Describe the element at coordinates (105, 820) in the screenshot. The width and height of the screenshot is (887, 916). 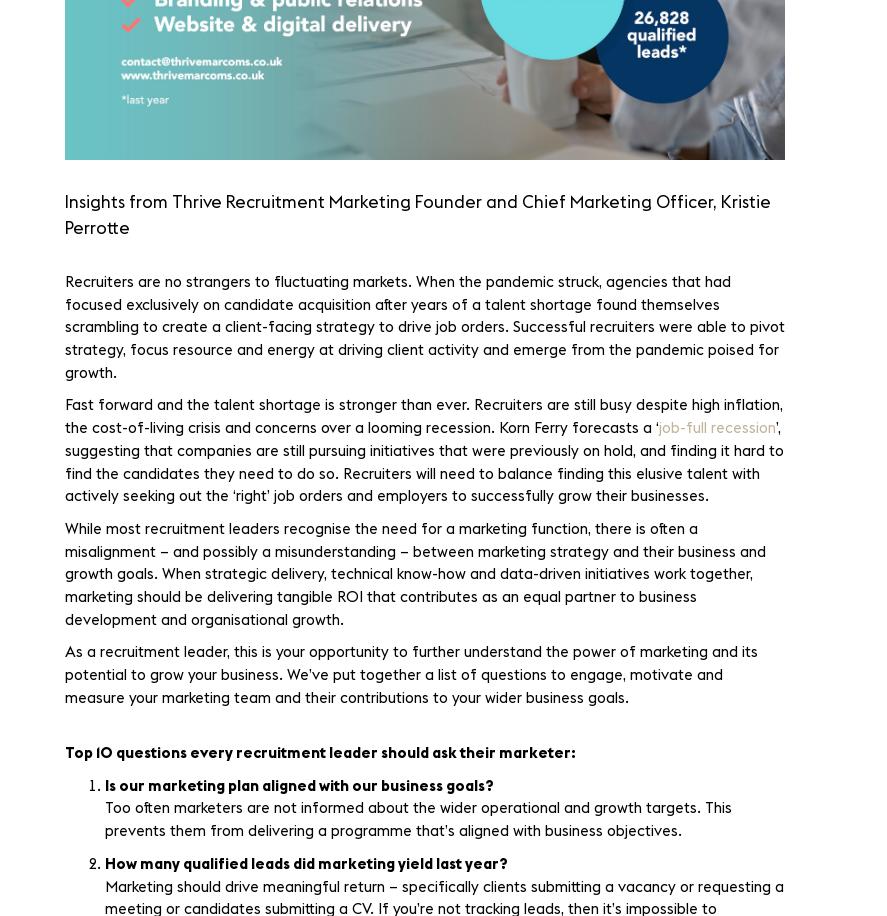
I see `'Too often marketers are not informed about the wider operational and growth targets. This prevents them from delivering a programme that’s aligned with business objectives.'` at that location.